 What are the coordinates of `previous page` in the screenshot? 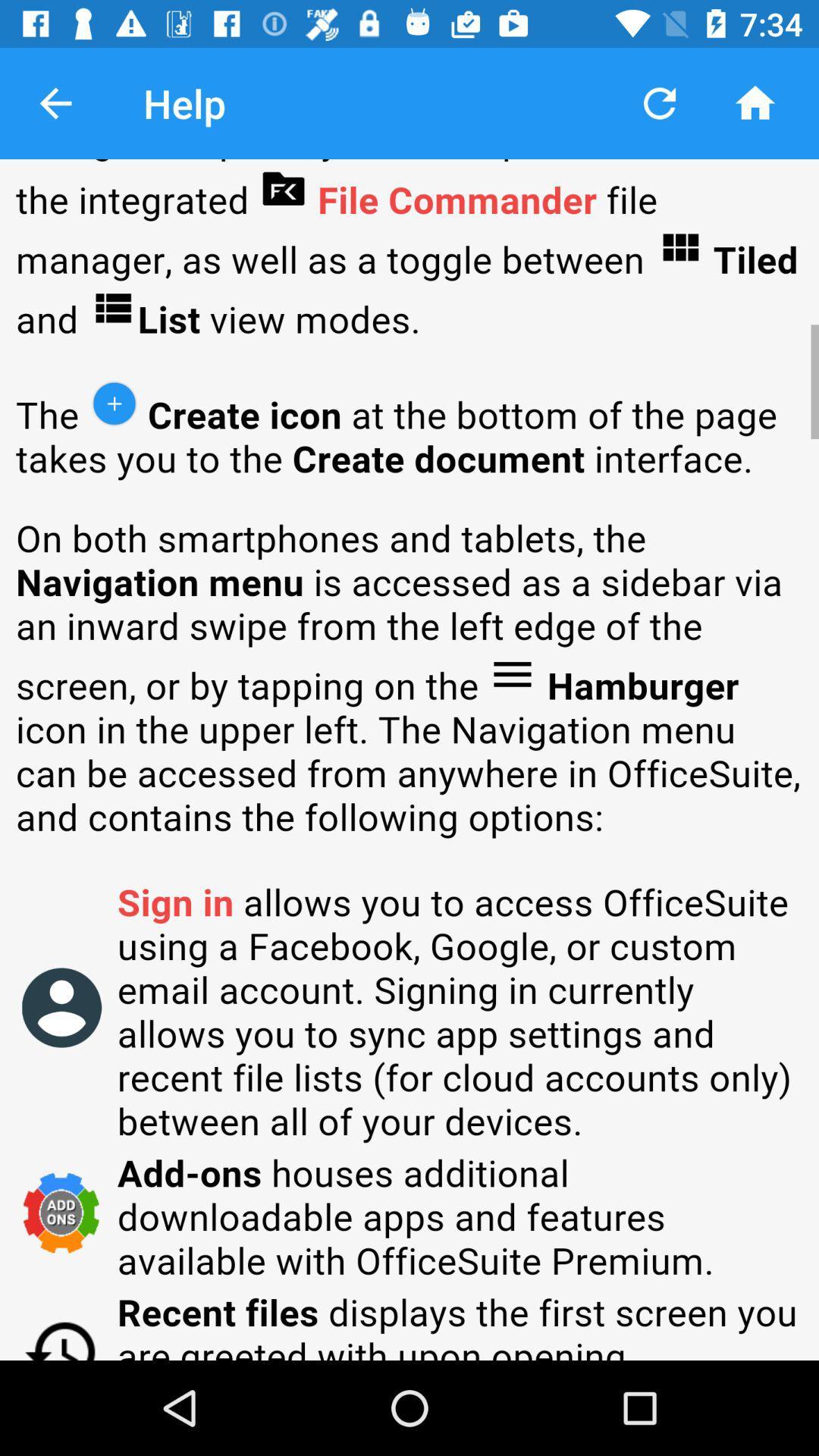 It's located at (55, 102).